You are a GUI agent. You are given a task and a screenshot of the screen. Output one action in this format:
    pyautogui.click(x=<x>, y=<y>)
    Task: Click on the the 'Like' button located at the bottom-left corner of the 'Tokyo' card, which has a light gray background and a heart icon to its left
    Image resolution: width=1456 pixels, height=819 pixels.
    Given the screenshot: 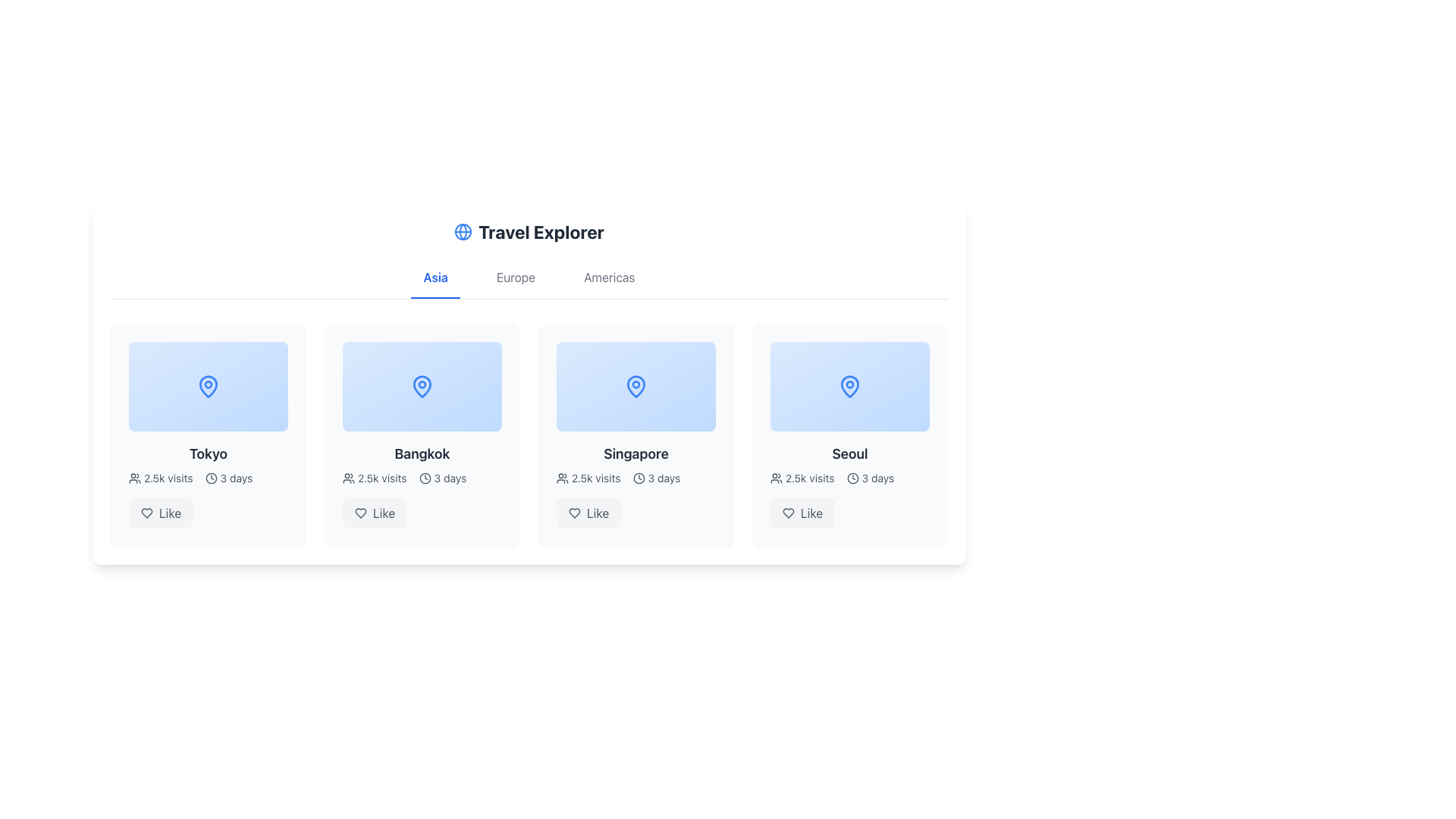 What is the action you would take?
    pyautogui.click(x=161, y=513)
    